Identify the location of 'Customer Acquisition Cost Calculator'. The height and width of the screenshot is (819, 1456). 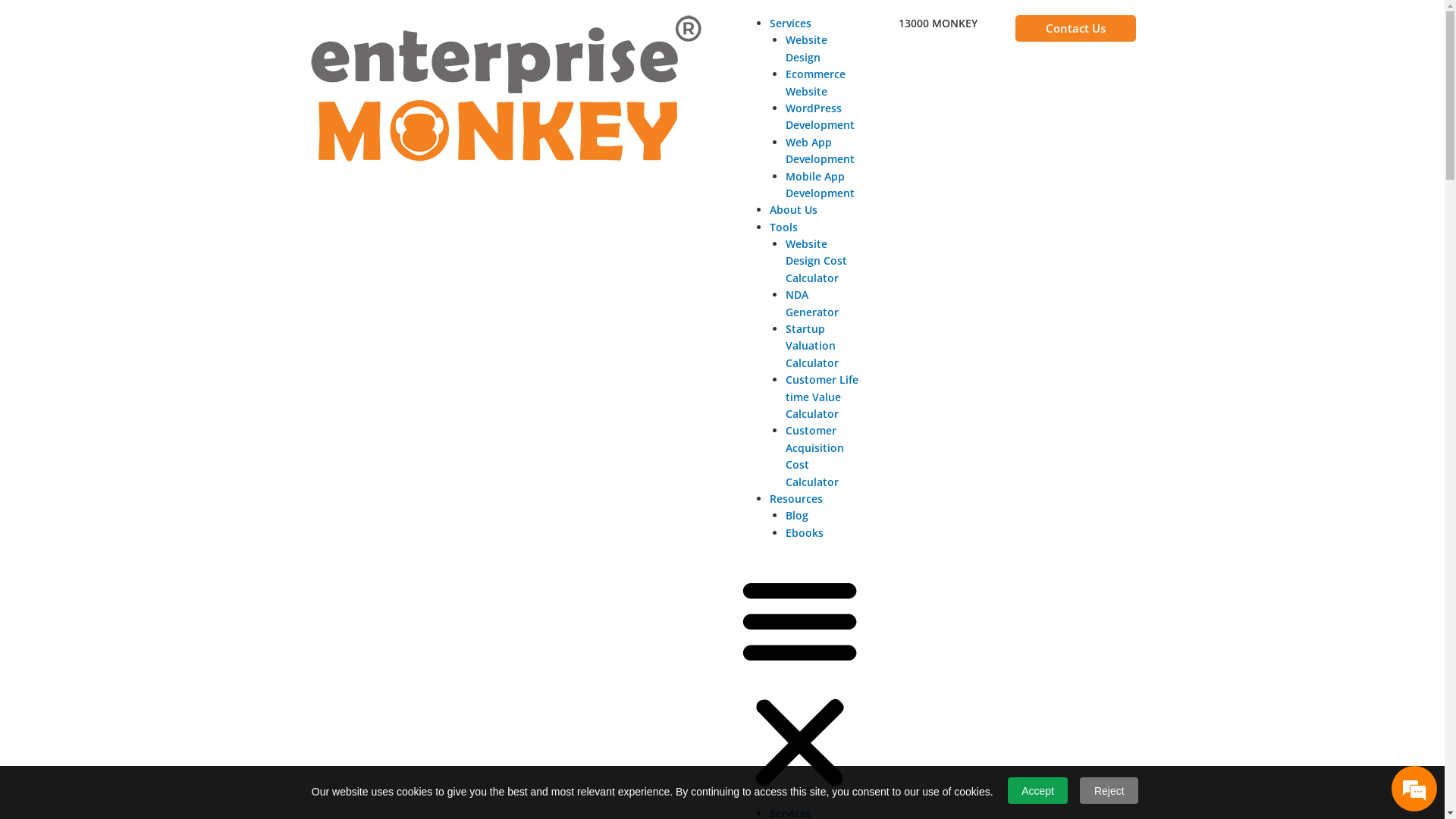
(814, 455).